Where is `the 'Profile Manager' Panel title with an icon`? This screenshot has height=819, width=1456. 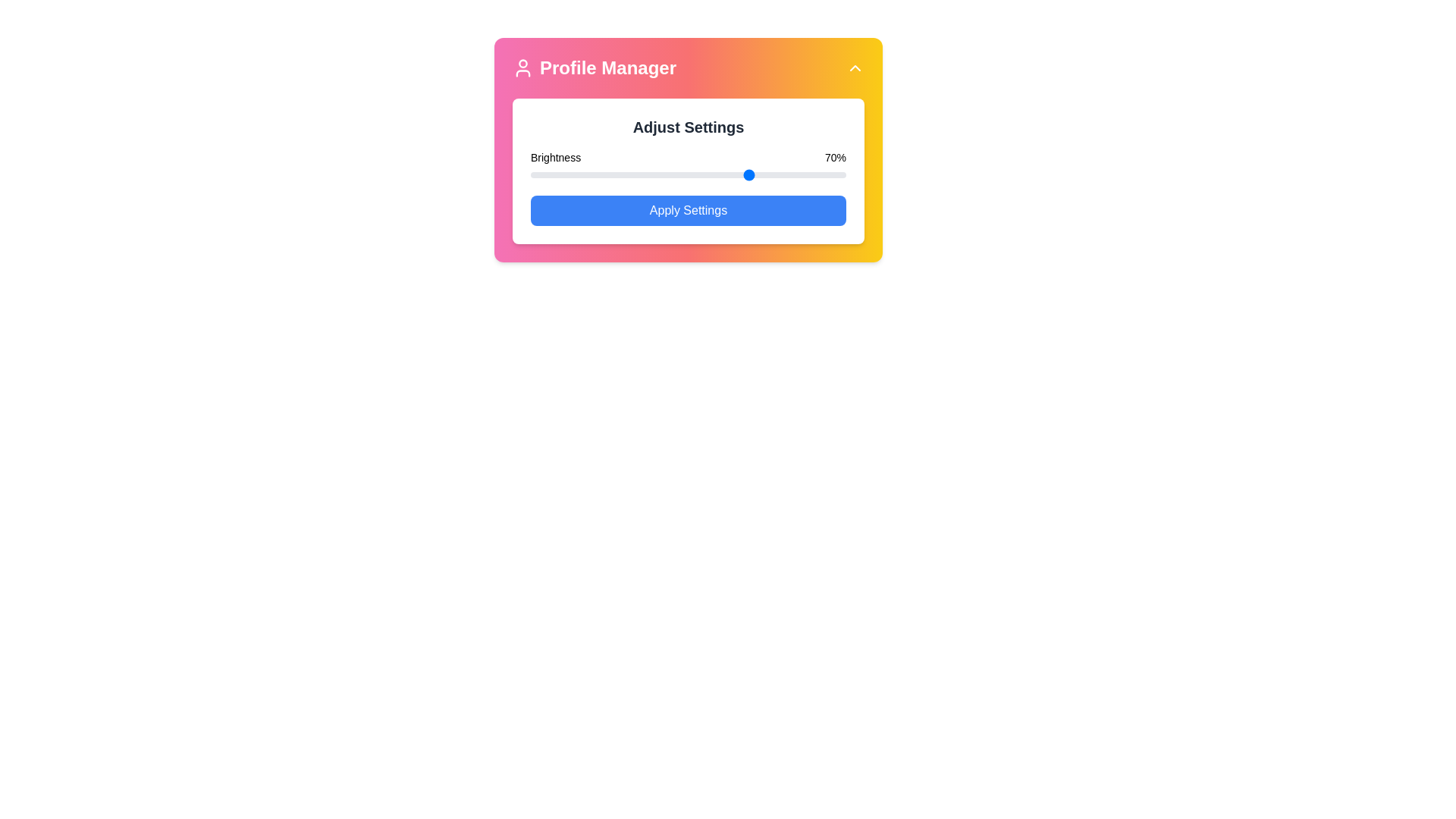 the 'Profile Manager' Panel title with an icon is located at coordinates (593, 67).